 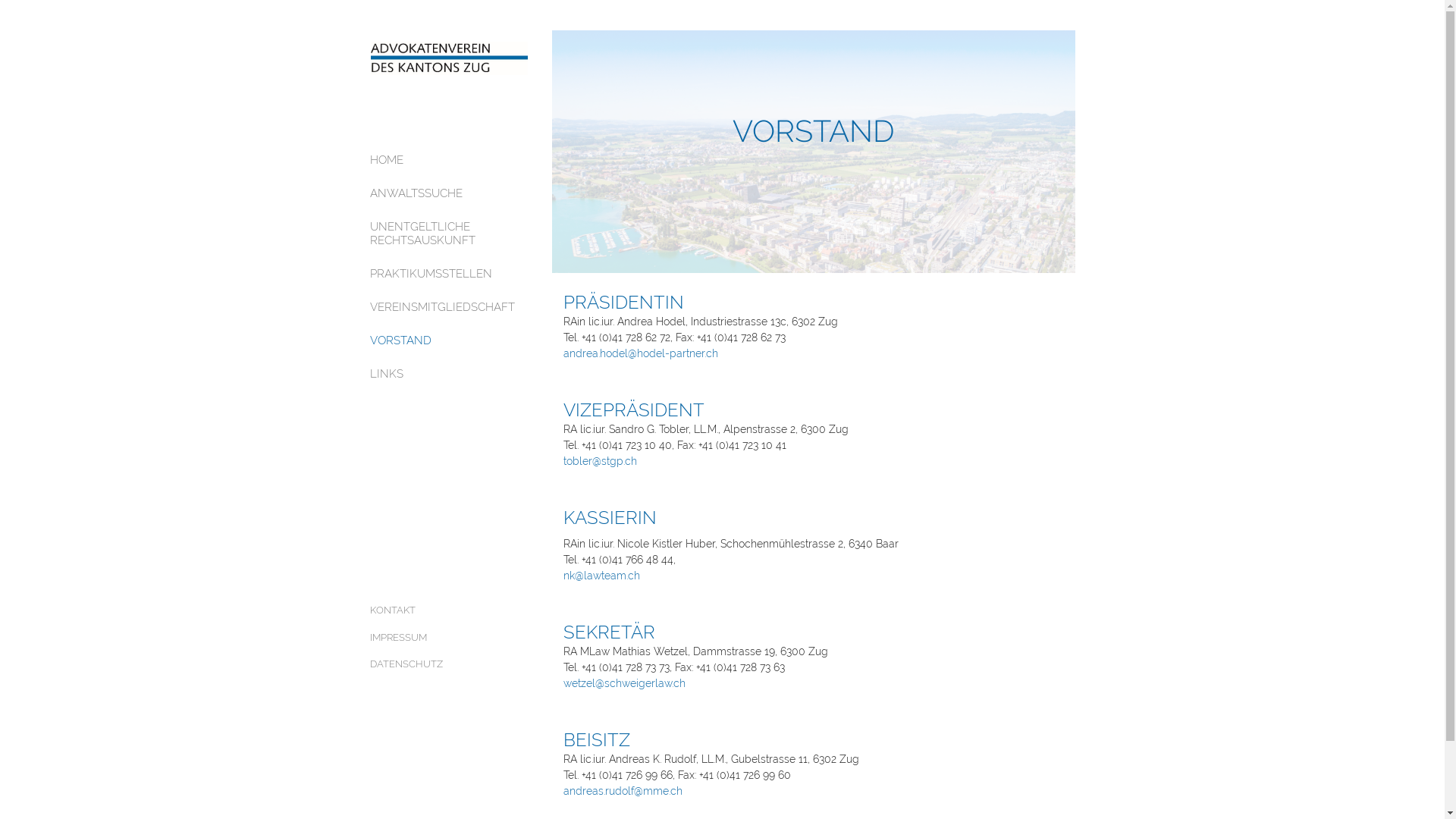 What do you see at coordinates (562, 353) in the screenshot?
I see `'andrea.hodel@hodel-partner.ch'` at bounding box center [562, 353].